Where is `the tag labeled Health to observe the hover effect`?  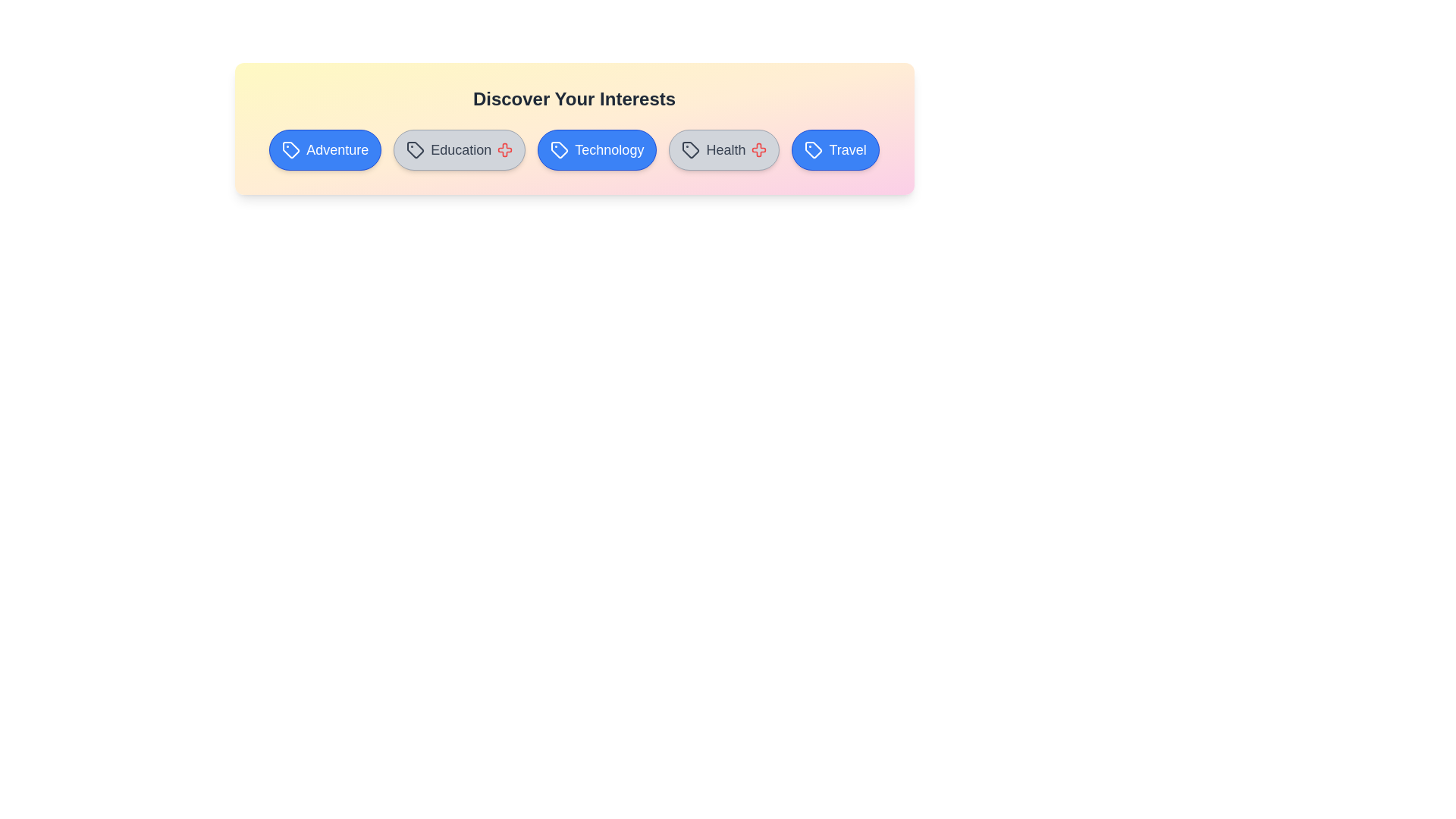 the tag labeled Health to observe the hover effect is located at coordinates (723, 149).